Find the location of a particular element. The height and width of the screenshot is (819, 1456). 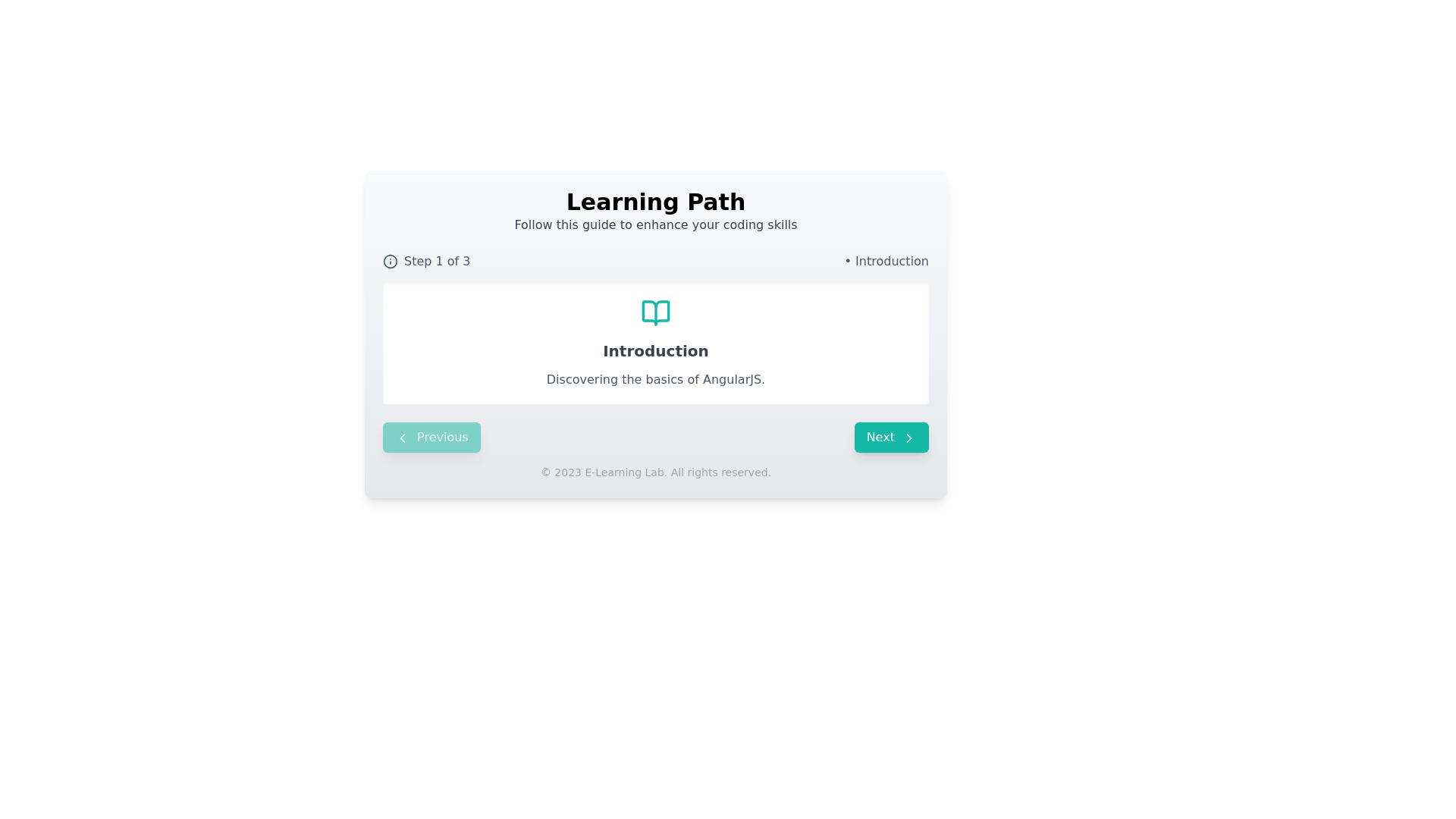

the chevron arrow icon located within the 'Next' button at the bottom-right corner of the card section is located at coordinates (909, 438).